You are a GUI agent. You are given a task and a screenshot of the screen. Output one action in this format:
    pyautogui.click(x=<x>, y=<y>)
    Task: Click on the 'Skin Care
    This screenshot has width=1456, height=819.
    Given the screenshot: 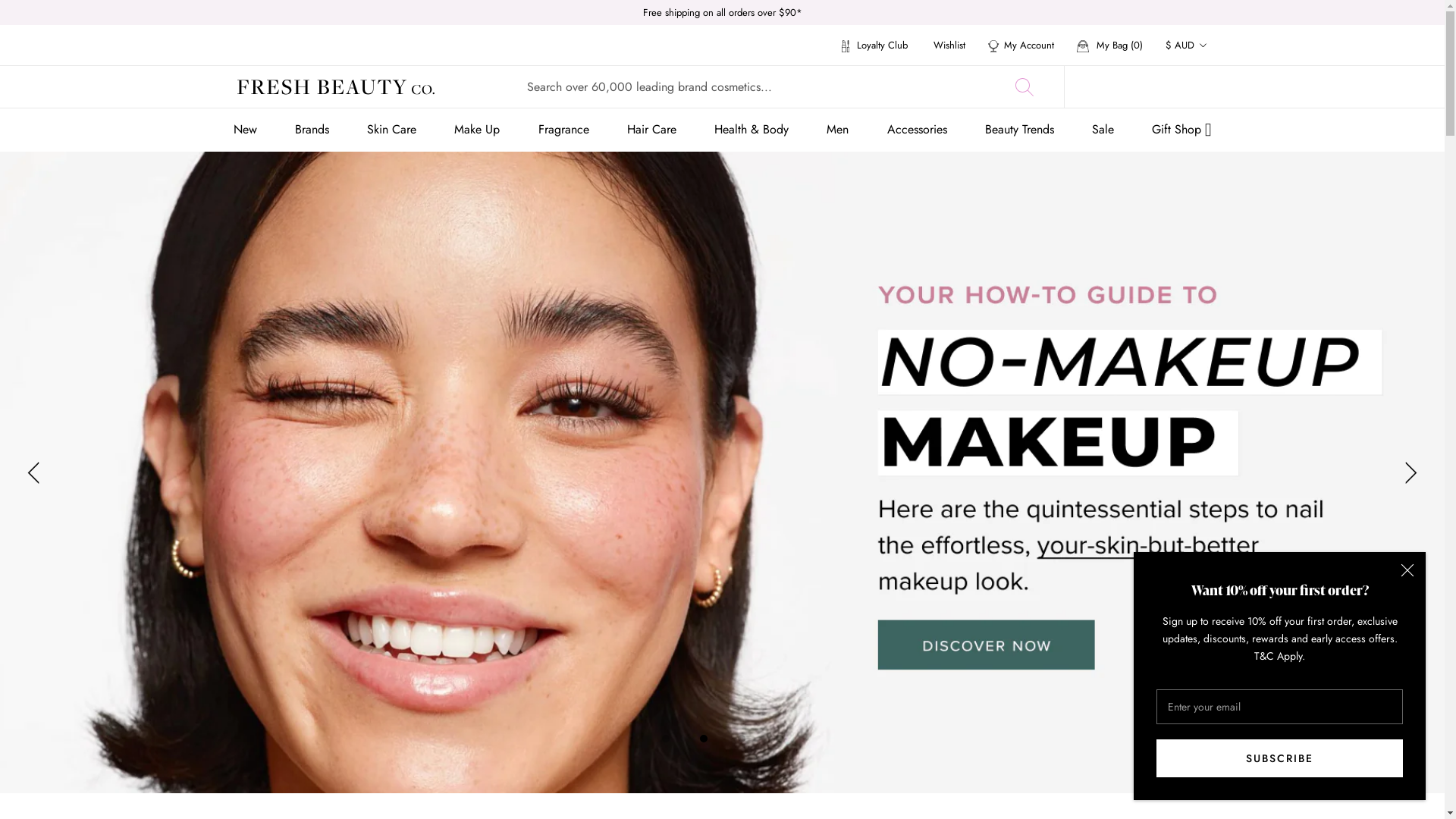 What is the action you would take?
    pyautogui.click(x=391, y=128)
    